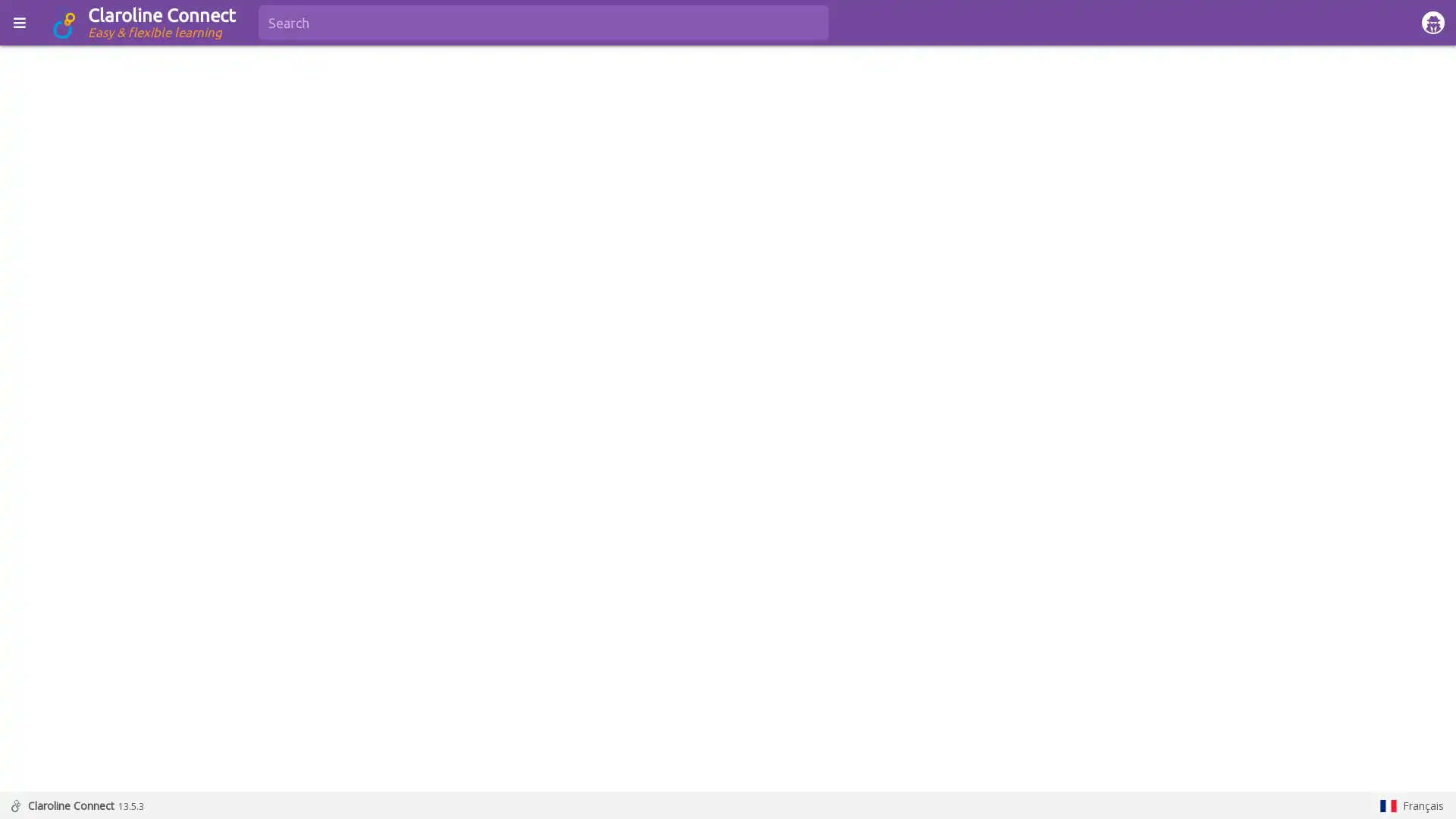  I want to click on Show more actions, so click(1426, 268).